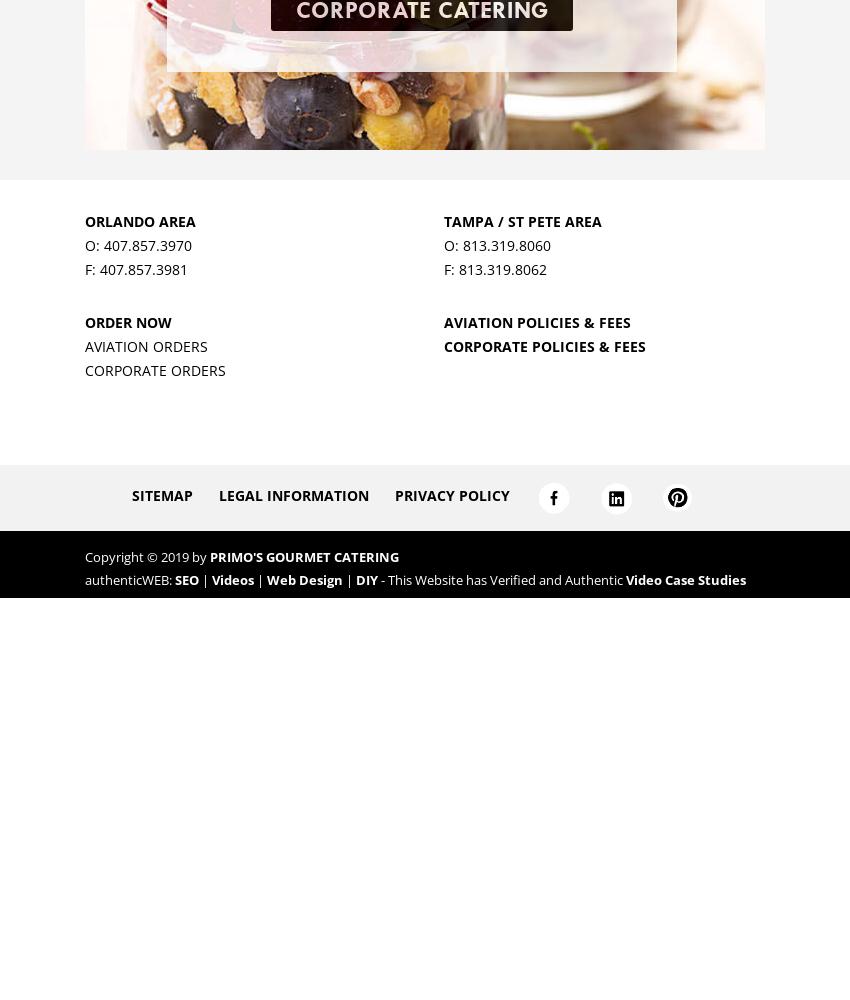  I want to click on 'Video Case Studies', so click(685, 579).